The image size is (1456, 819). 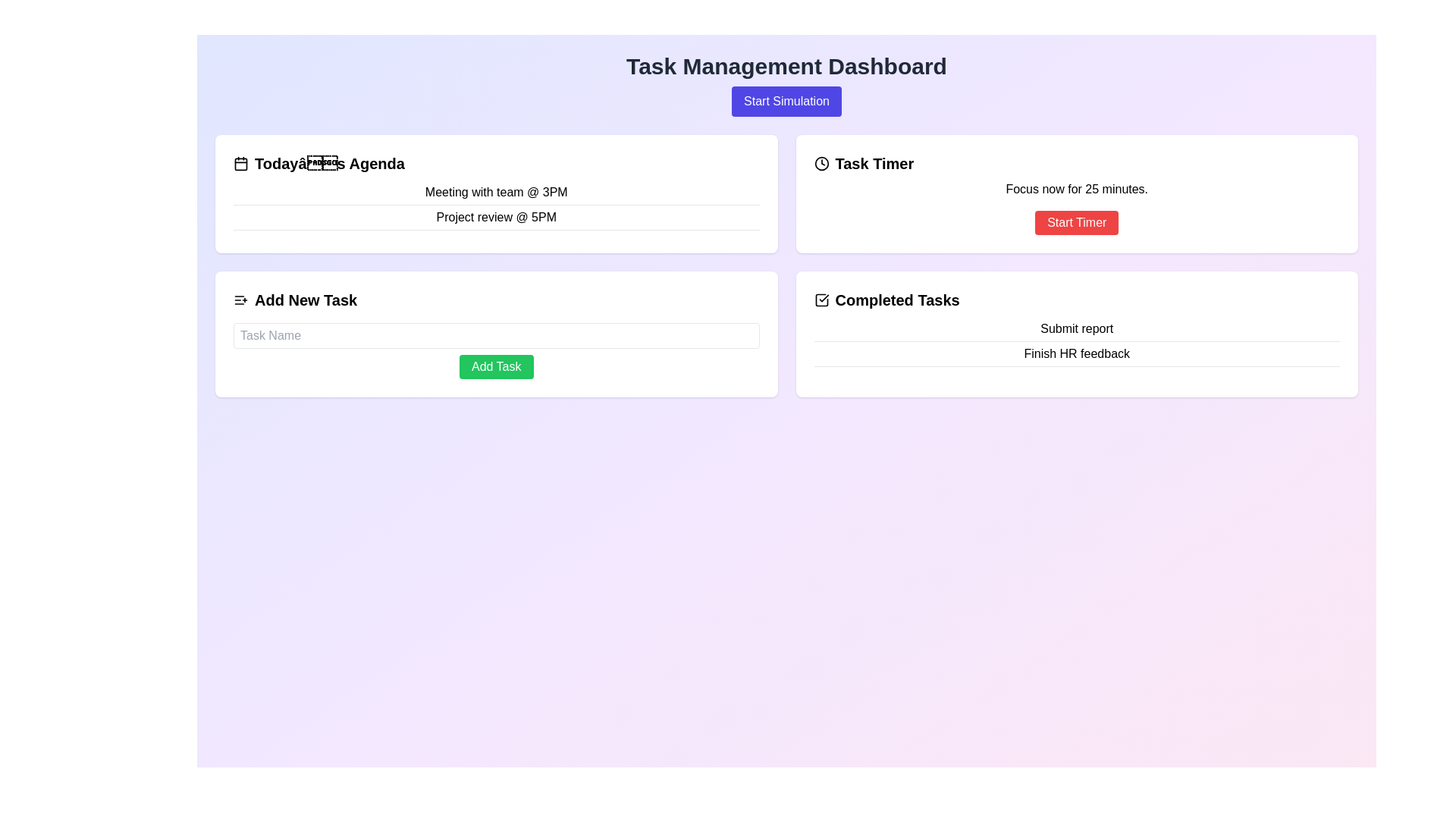 What do you see at coordinates (1076, 328) in the screenshot?
I see `the text element displaying 'Submit report' in the 'Completed Tasks' section, which is the first item in the list of completed tasks` at bounding box center [1076, 328].